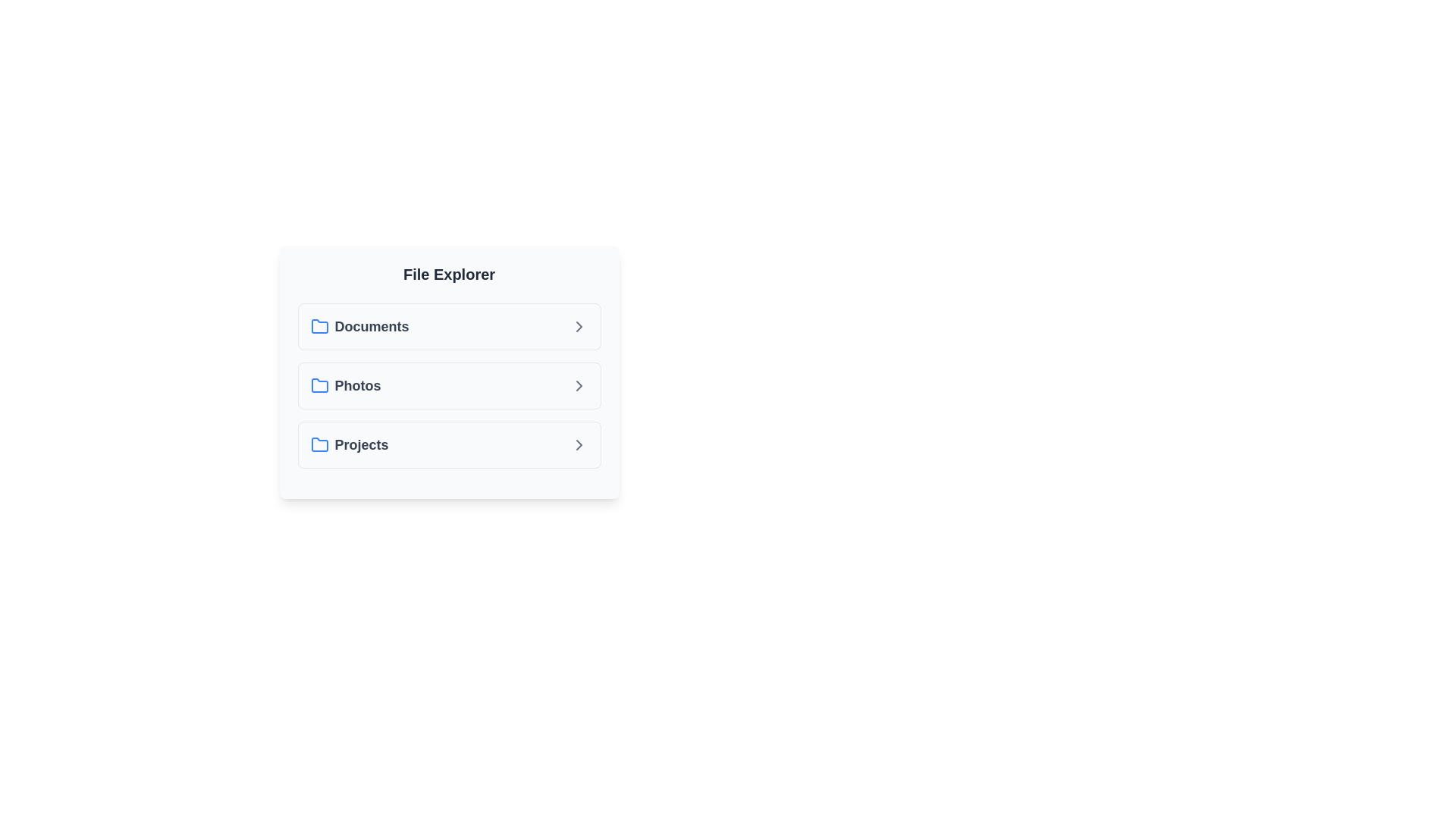 This screenshot has width=1456, height=819. Describe the element at coordinates (578, 444) in the screenshot. I see `arrow icon next to the folder named Projects` at that location.